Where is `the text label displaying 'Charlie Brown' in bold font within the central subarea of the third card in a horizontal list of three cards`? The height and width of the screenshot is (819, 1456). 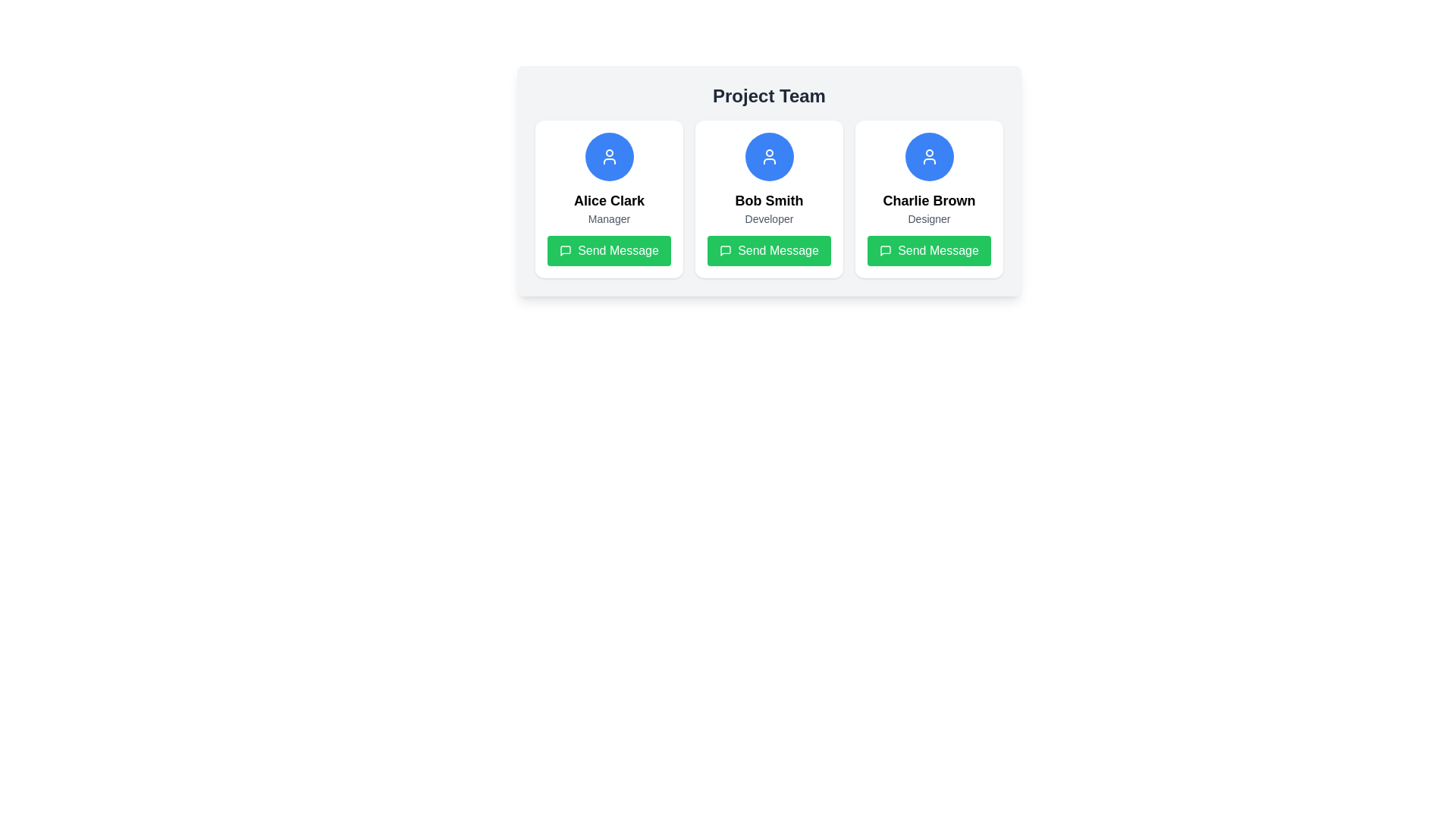 the text label displaying 'Charlie Brown' in bold font within the central subarea of the third card in a horizontal list of three cards is located at coordinates (928, 200).